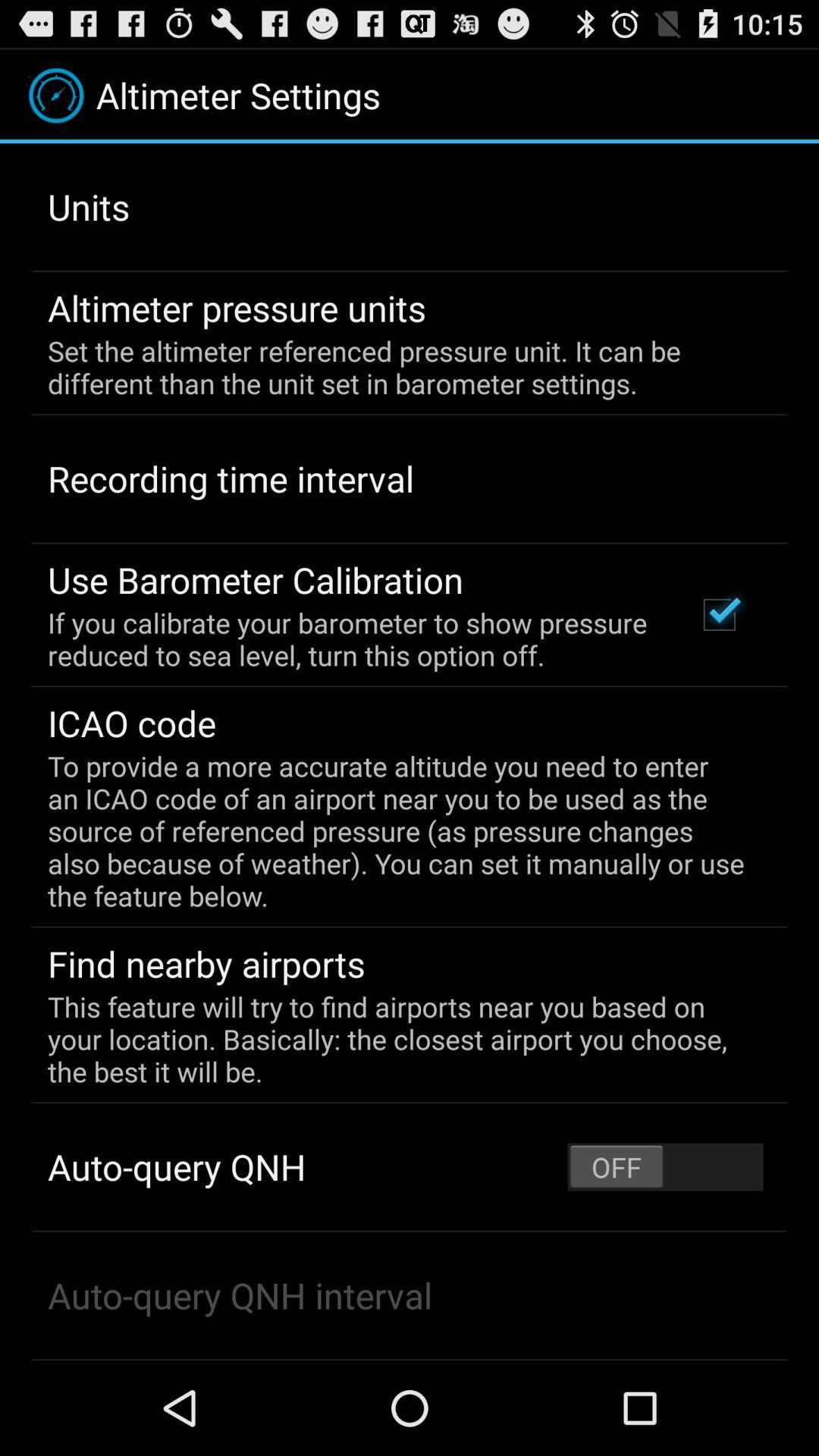 The width and height of the screenshot is (819, 1456). I want to click on icon on the right, so click(718, 614).